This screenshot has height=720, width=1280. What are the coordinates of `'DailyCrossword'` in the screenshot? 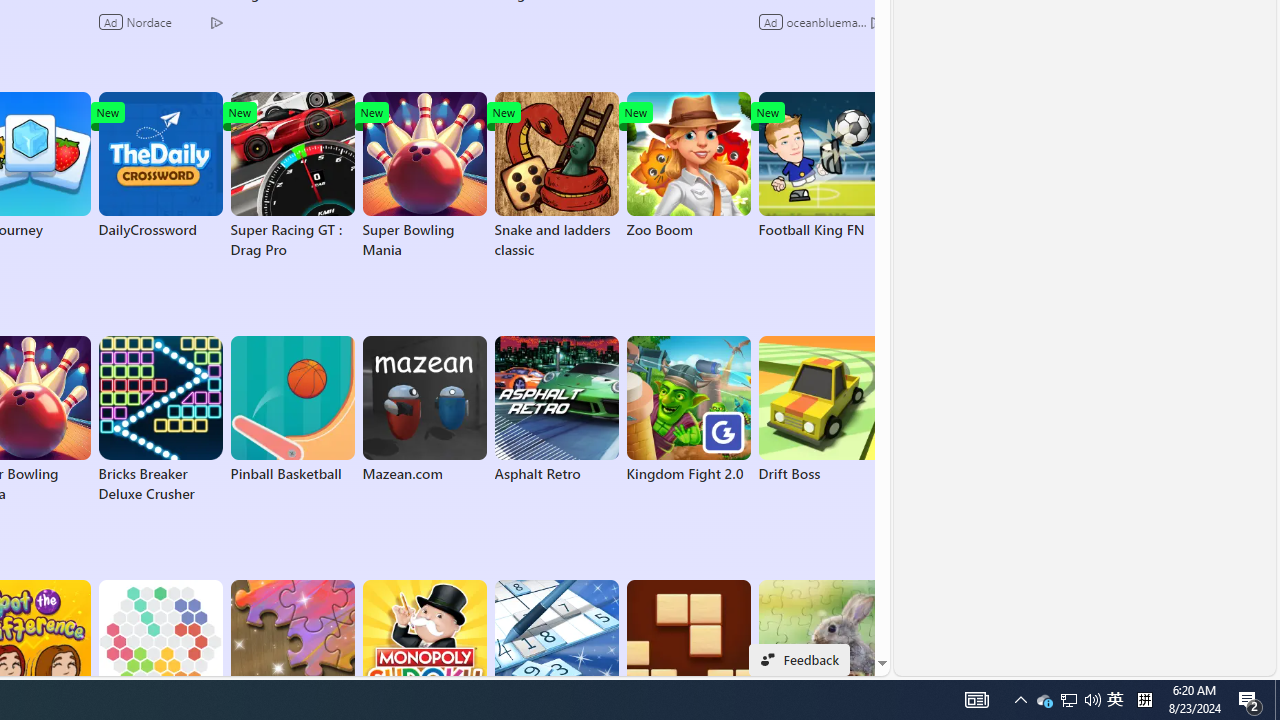 It's located at (160, 164).